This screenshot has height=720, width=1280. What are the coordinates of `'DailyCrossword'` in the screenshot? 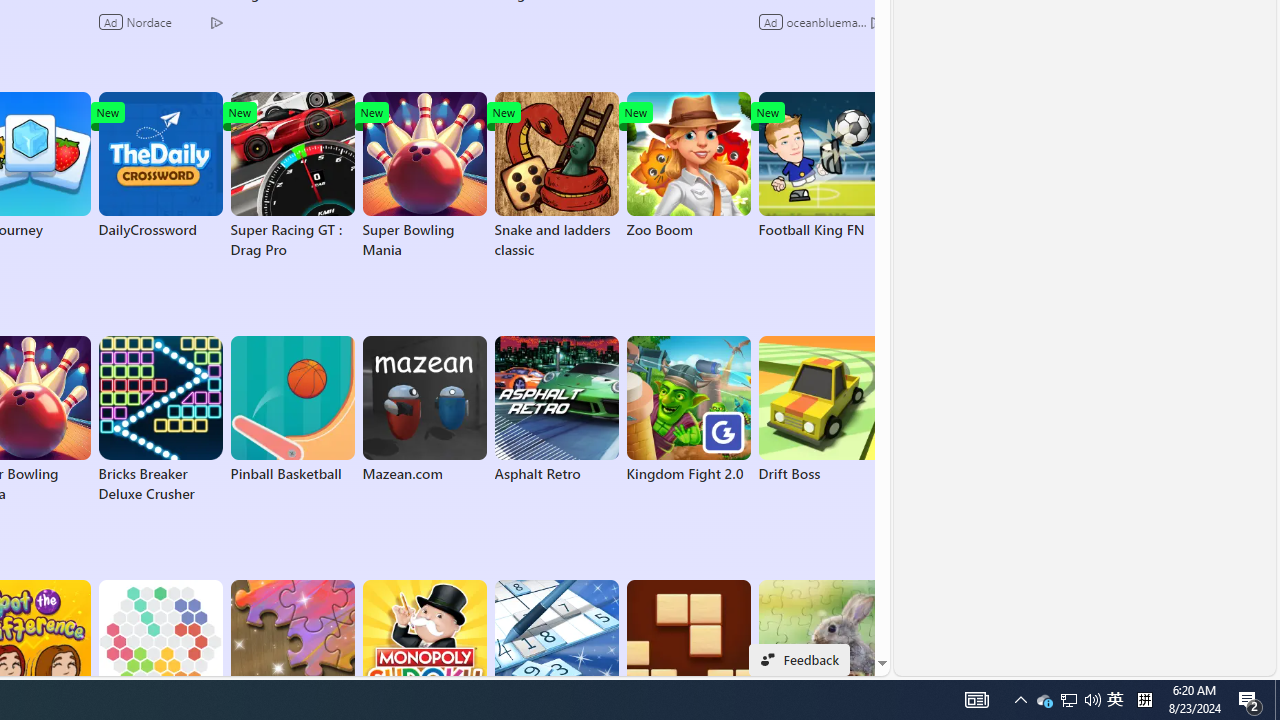 It's located at (160, 164).